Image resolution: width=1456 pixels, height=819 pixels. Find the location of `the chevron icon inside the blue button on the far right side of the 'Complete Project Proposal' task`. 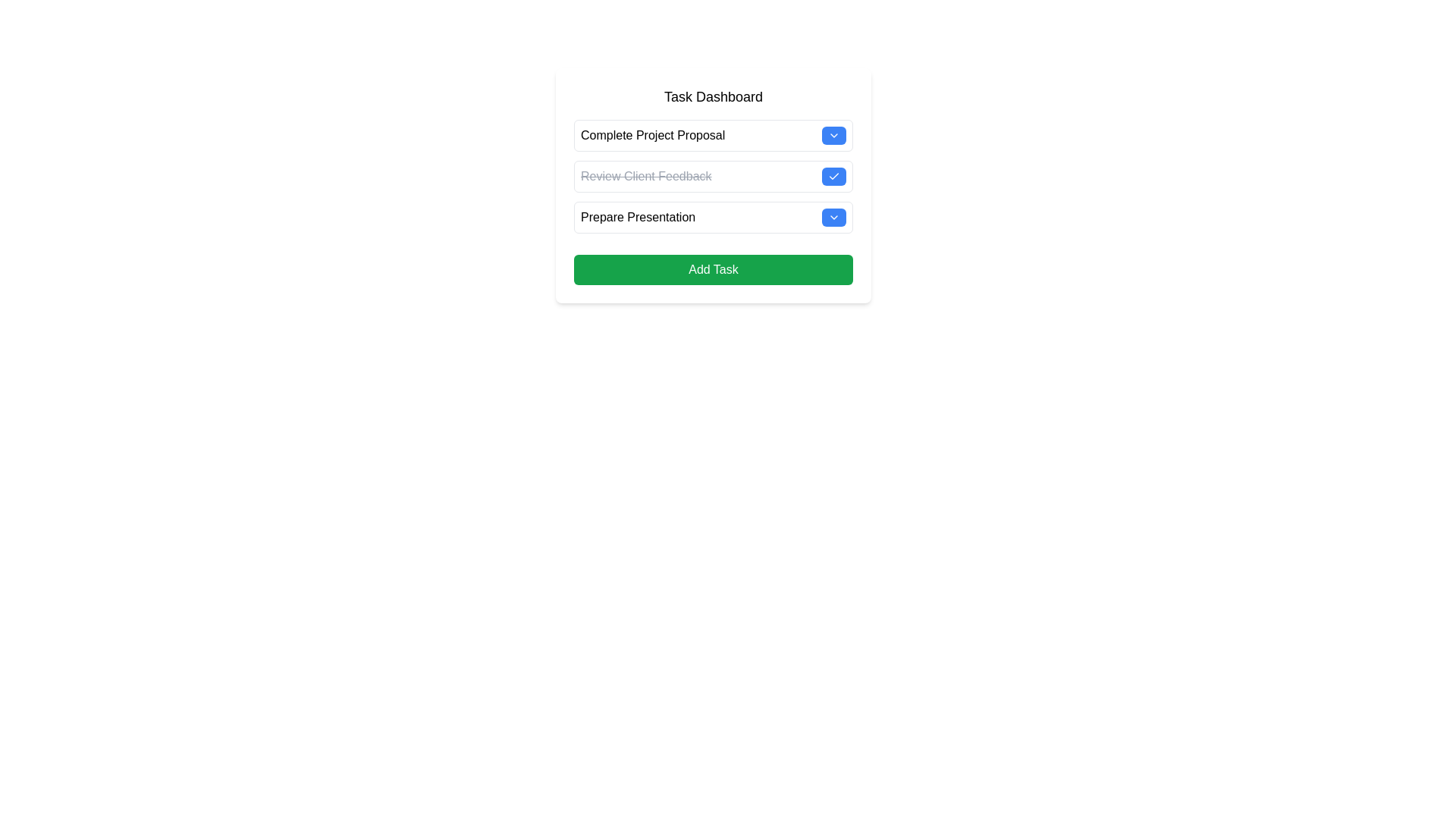

the chevron icon inside the blue button on the far right side of the 'Complete Project Proposal' task is located at coordinates (833, 134).